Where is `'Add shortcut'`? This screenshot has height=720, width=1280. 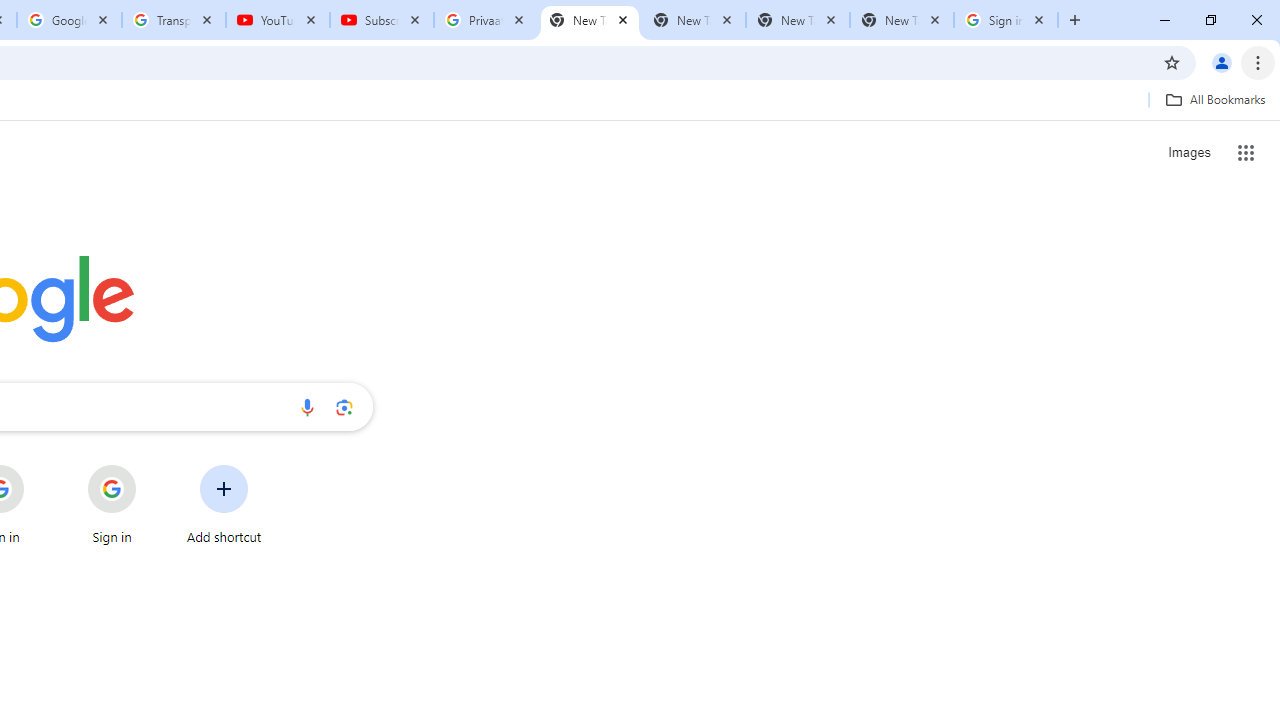 'Add shortcut' is located at coordinates (224, 504).